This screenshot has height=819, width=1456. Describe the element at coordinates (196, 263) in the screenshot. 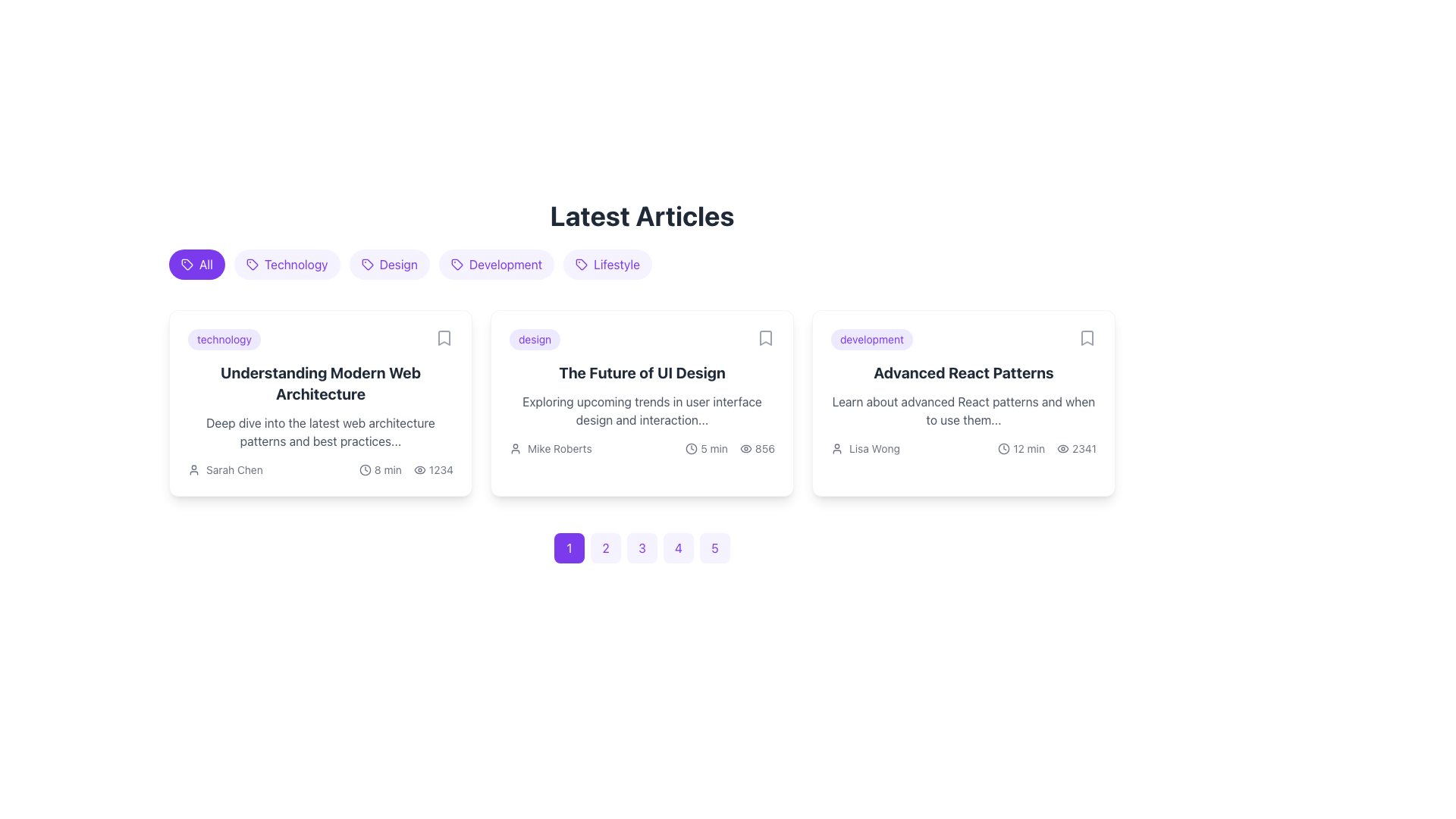

I see `the filter button located as the first button in the horizontal list of category selectors to apply the filter` at that location.